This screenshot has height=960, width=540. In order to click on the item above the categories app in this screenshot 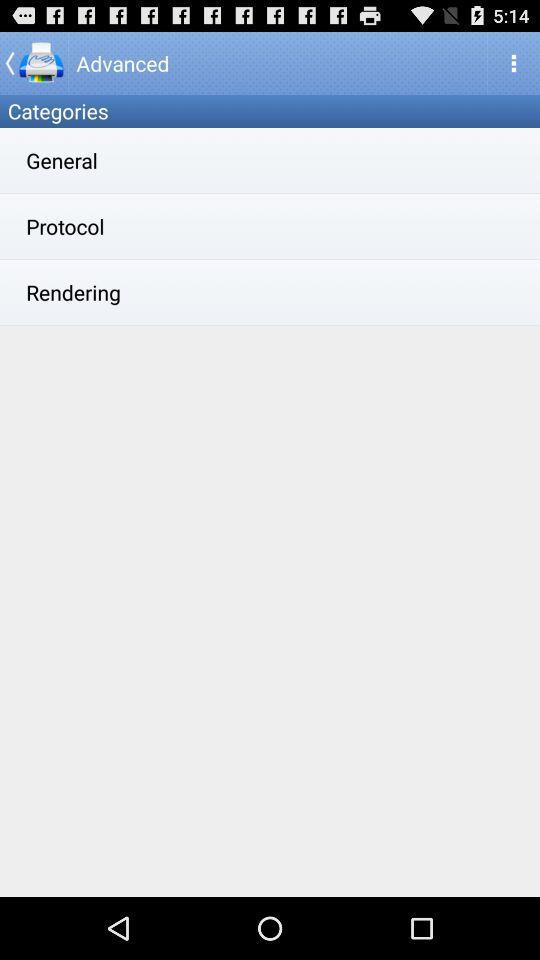, I will do `click(33, 62)`.